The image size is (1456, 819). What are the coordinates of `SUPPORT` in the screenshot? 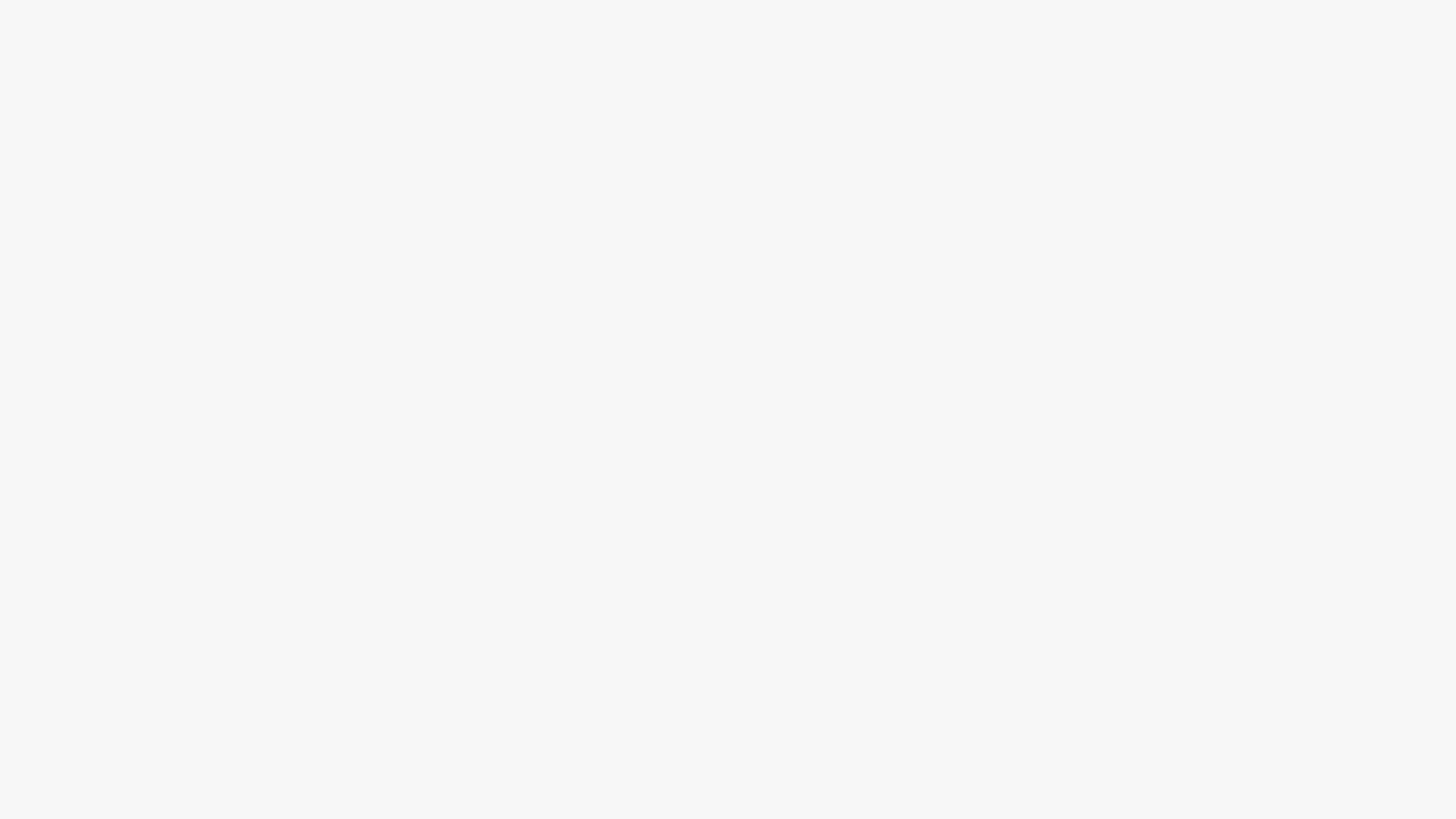 It's located at (1187, 33).